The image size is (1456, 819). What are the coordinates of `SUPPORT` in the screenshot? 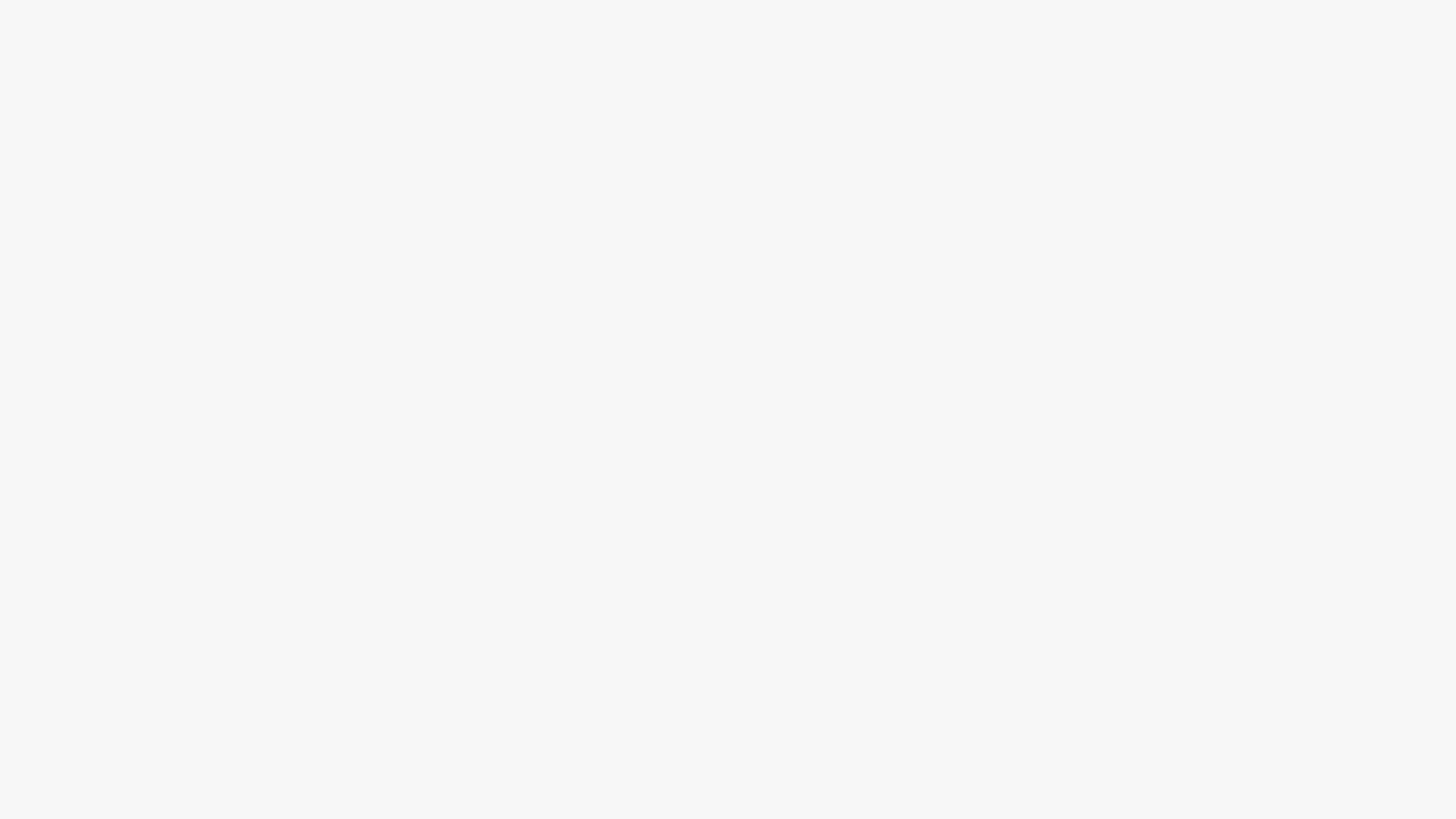 It's located at (1187, 33).